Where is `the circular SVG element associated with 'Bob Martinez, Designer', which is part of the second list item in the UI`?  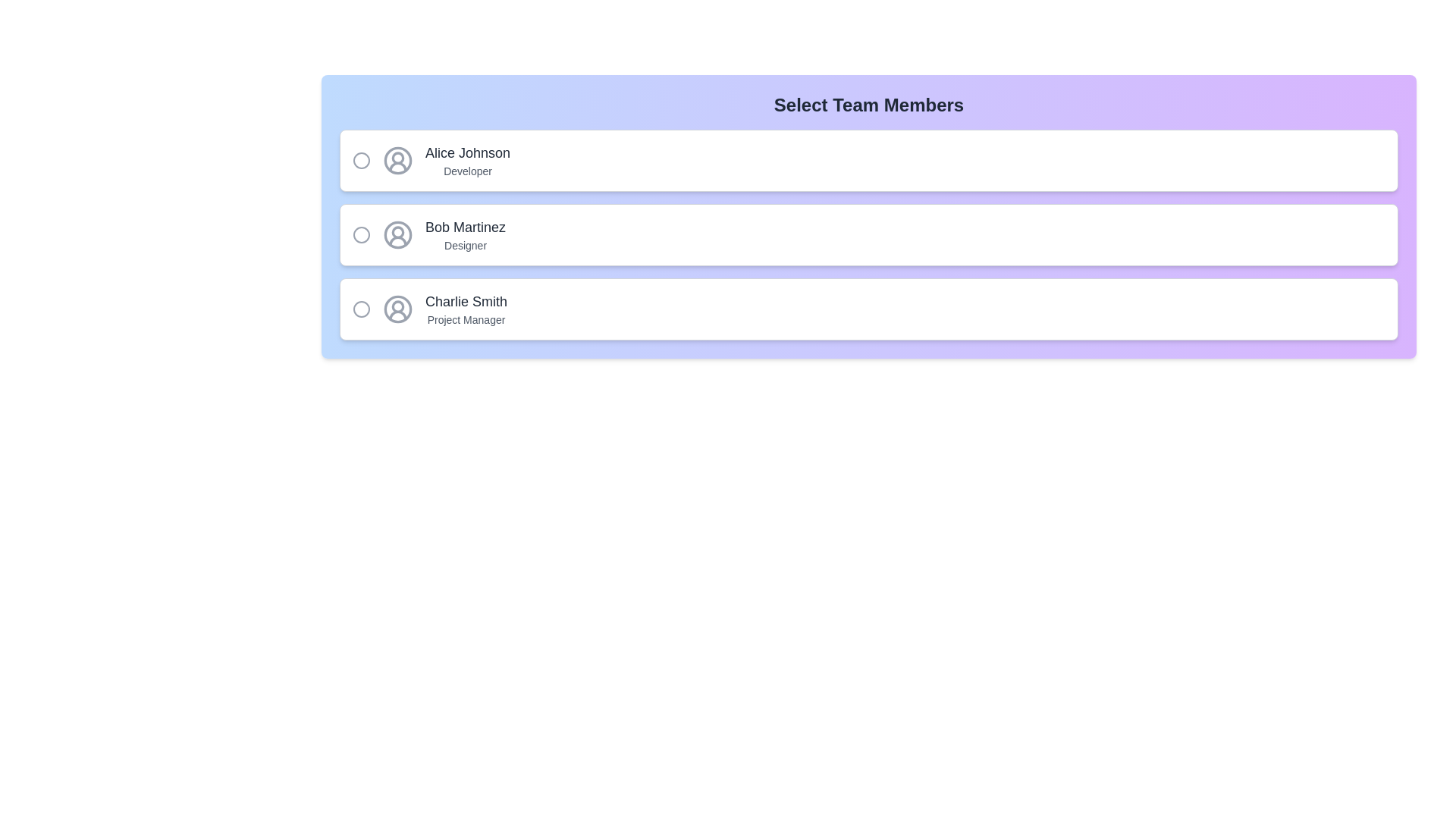
the circular SVG element associated with 'Bob Martinez, Designer', which is part of the second list item in the UI is located at coordinates (360, 234).